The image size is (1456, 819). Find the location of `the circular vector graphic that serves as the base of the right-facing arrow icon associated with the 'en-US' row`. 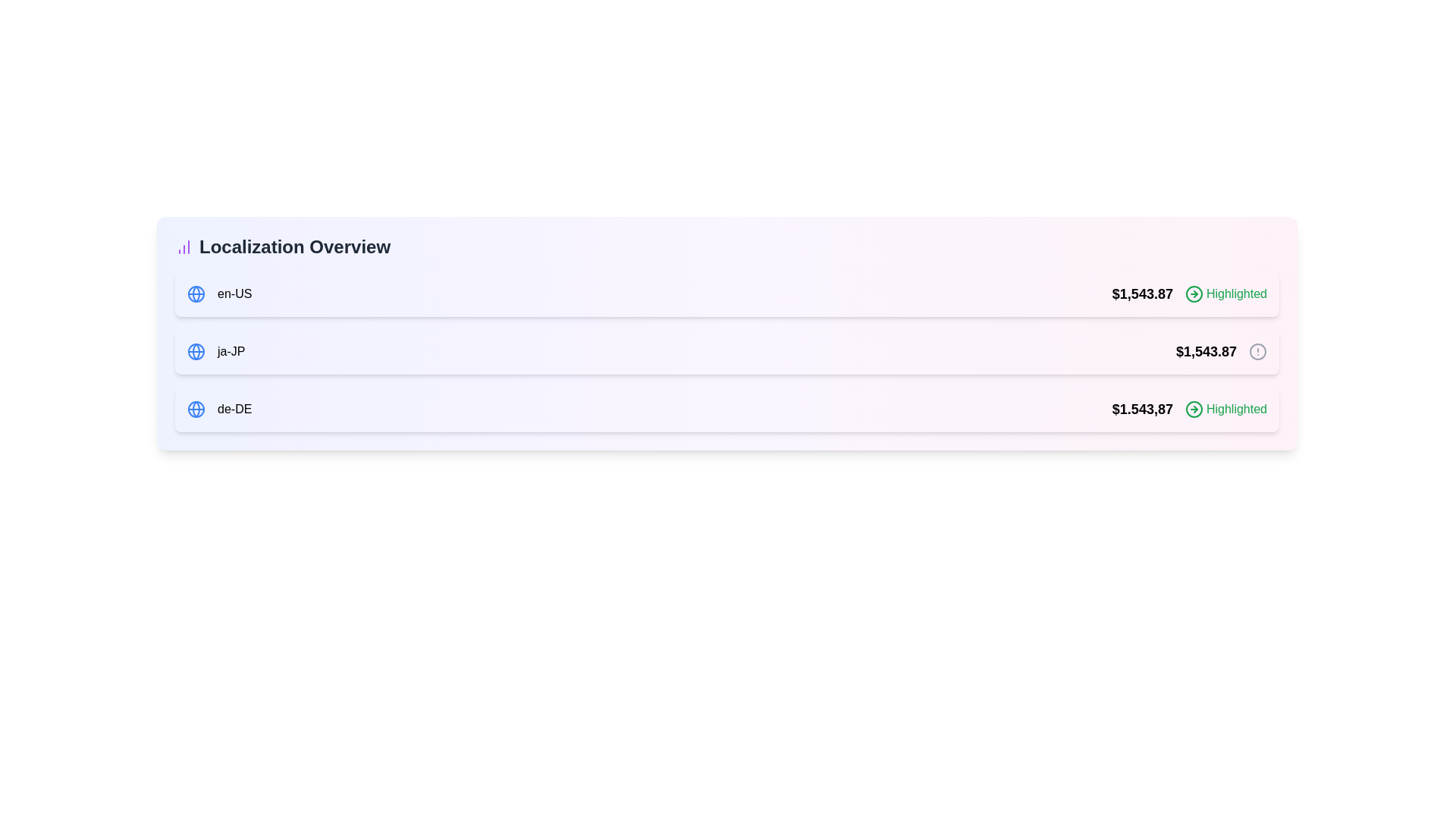

the circular vector graphic that serves as the base of the right-facing arrow icon associated with the 'en-US' row is located at coordinates (1193, 294).